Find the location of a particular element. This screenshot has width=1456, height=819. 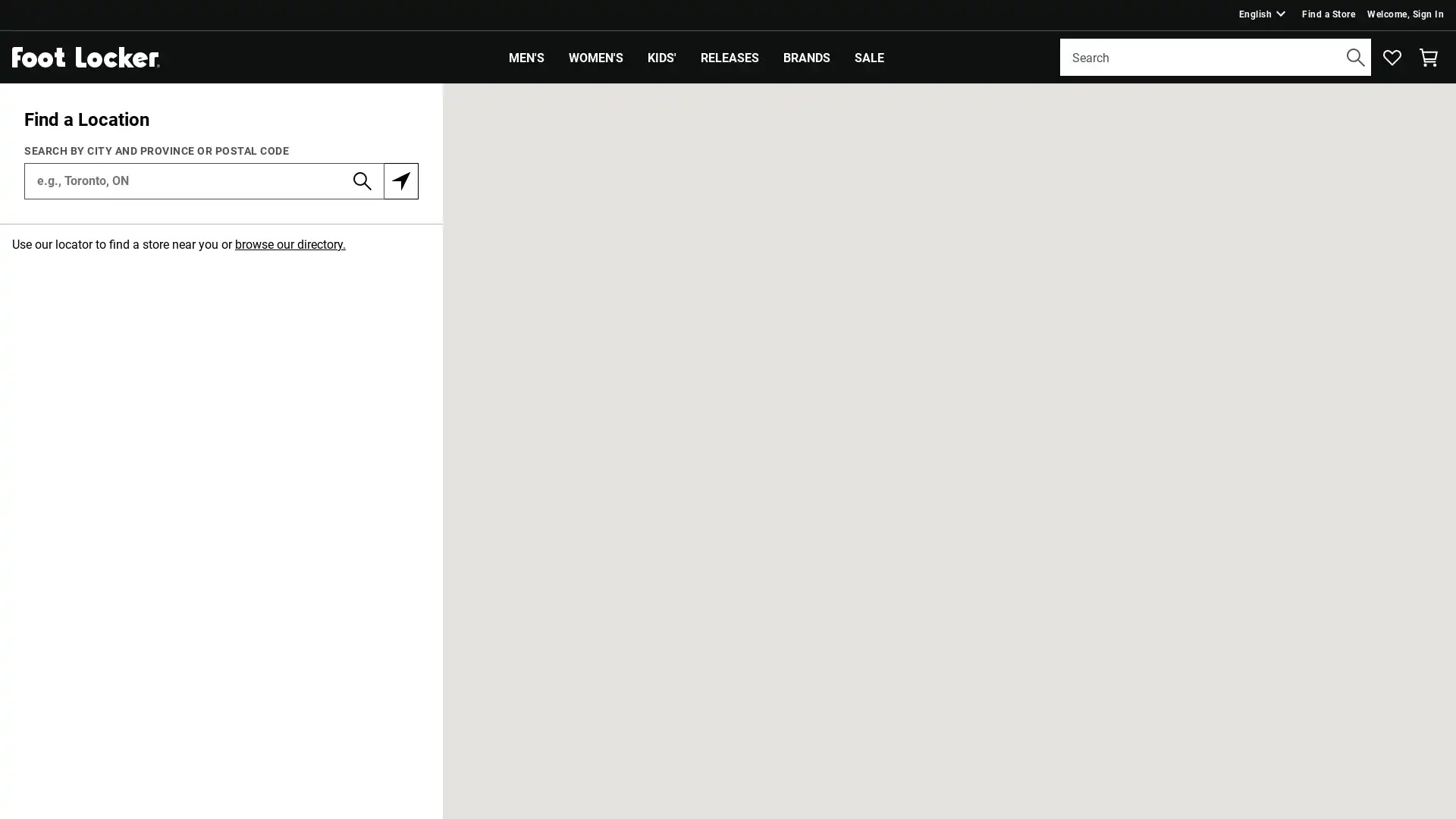

Submit a search. is located at coordinates (362, 178).